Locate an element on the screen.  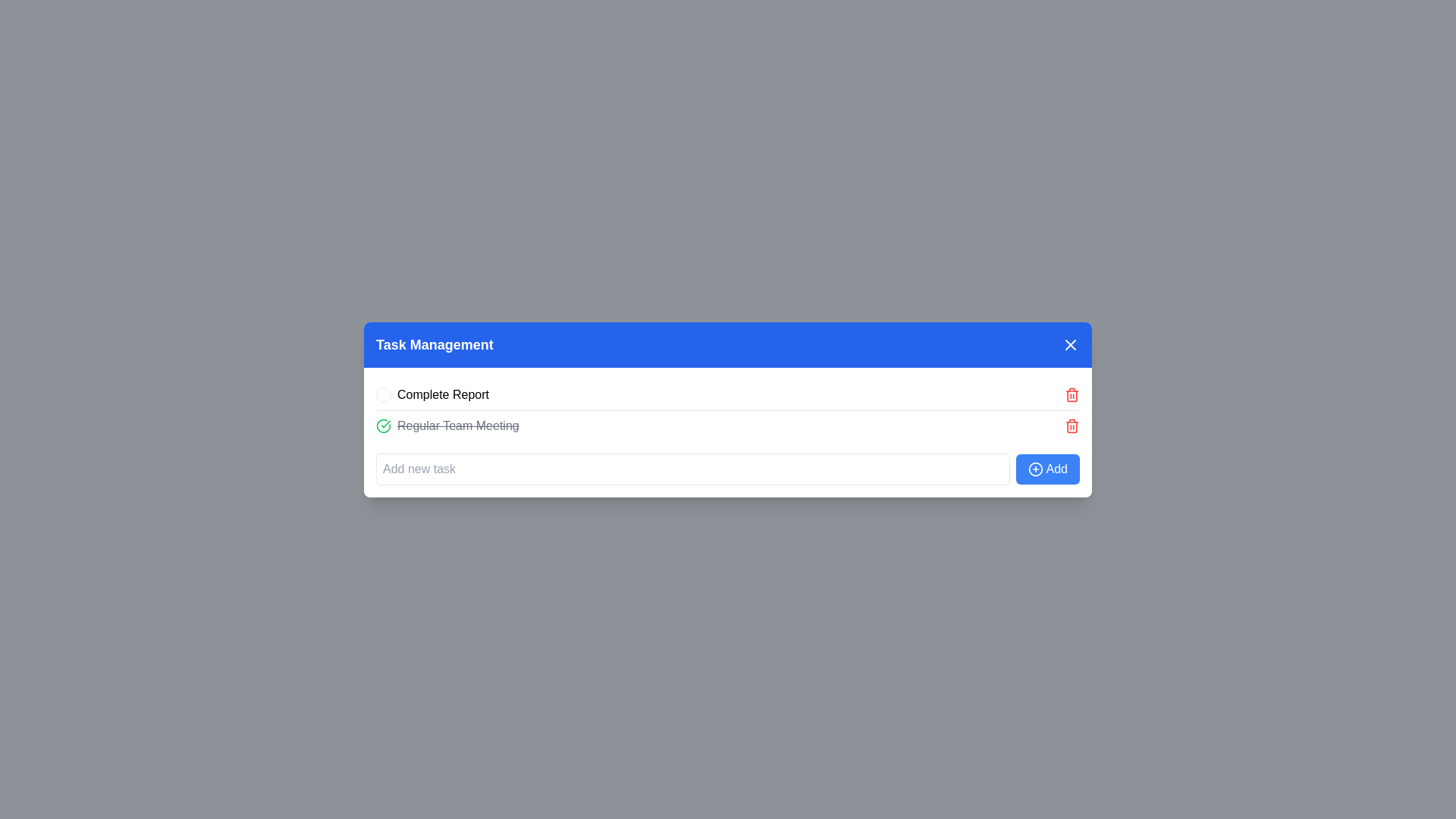
the trash icon located to the right of the 'Regular Team Meeting' task item is located at coordinates (1072, 427).